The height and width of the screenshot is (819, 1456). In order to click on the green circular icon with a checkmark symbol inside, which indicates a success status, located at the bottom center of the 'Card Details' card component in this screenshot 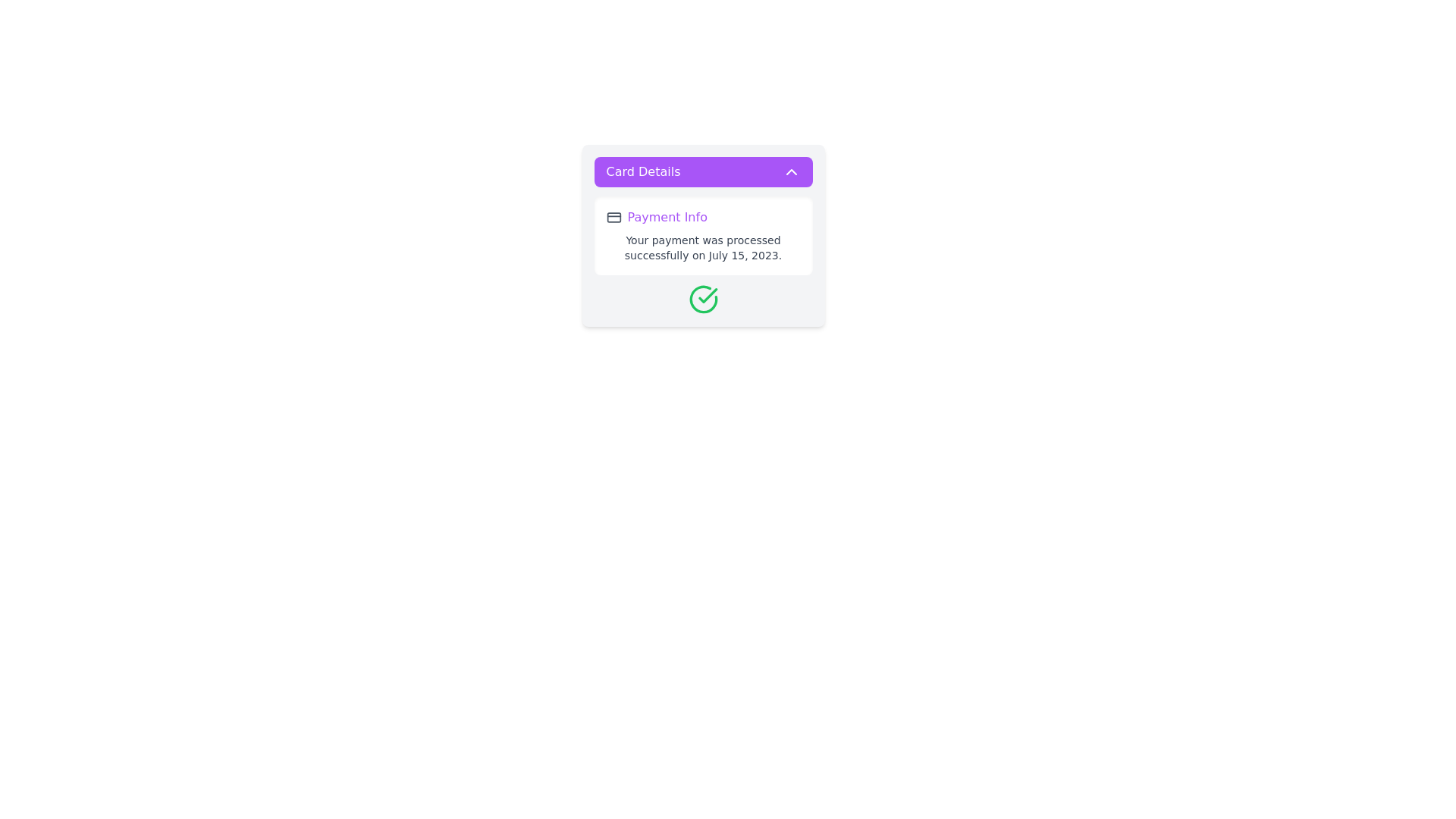, I will do `click(702, 299)`.